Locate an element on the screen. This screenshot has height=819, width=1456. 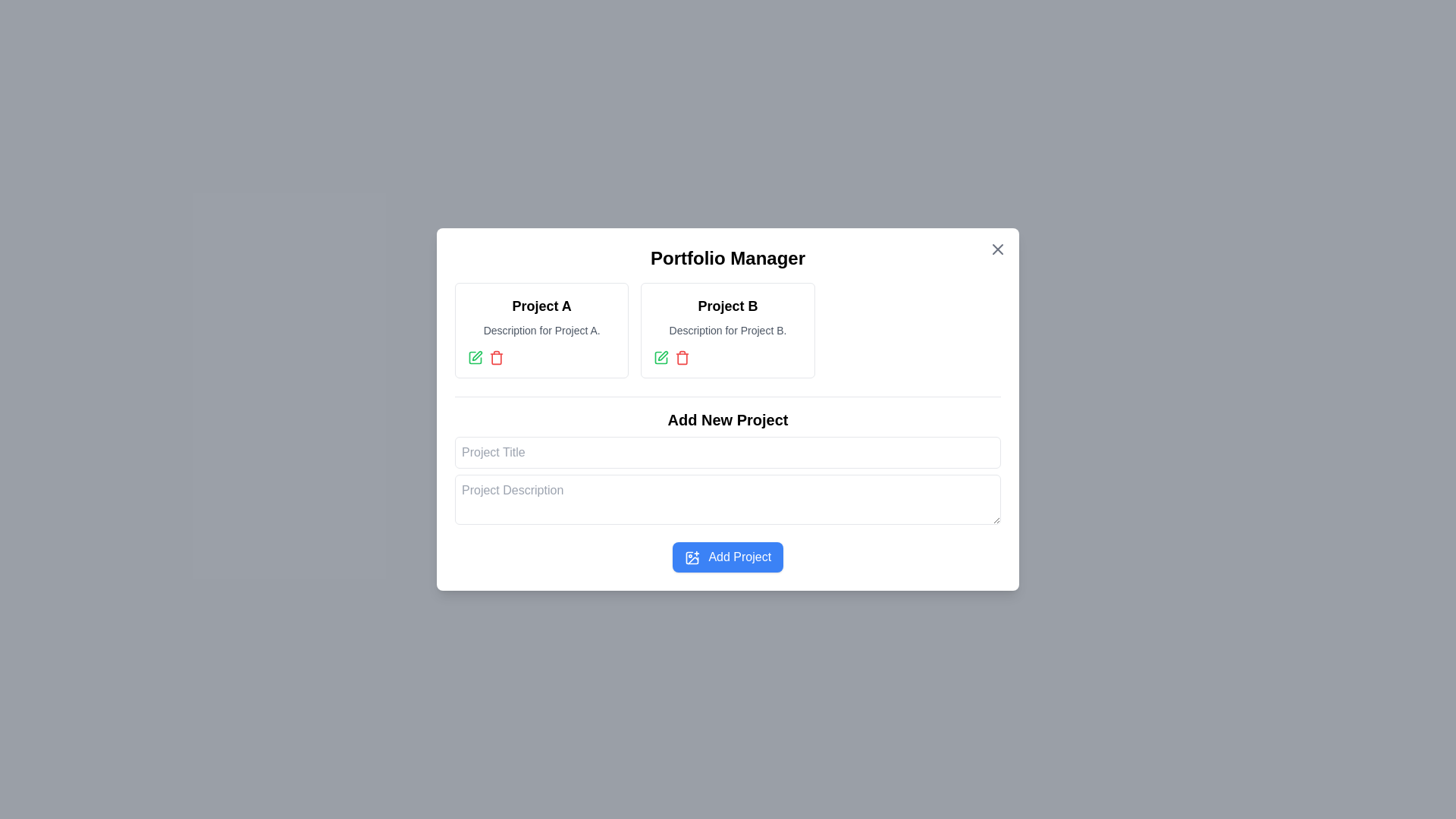
the decorative icon for adding a new project, which is located on the left side of the 'Add Project' button text at the bottom-center of the modal window is located at coordinates (691, 557).